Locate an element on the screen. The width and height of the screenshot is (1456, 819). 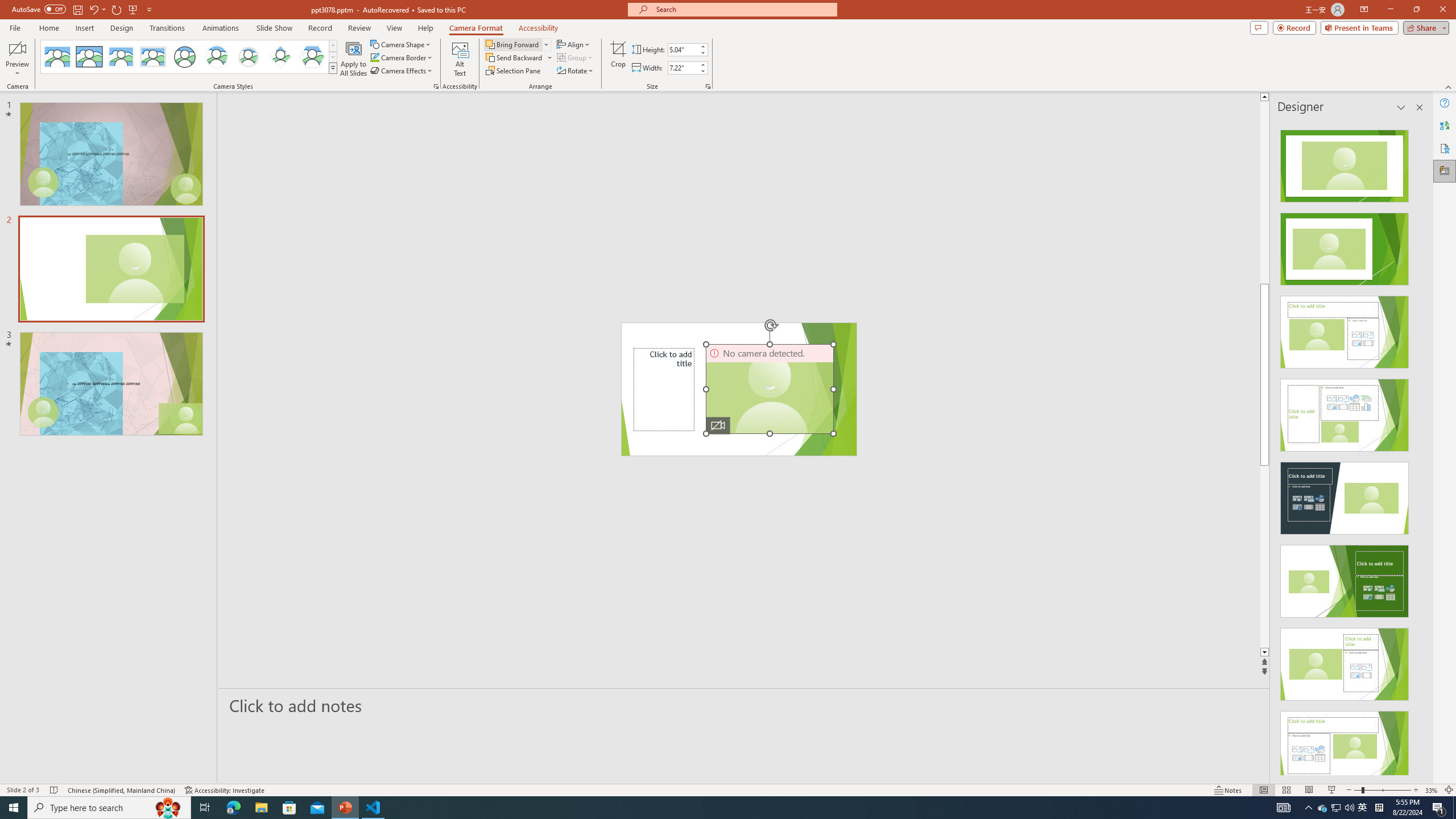
'Camera 3, No camera detected.' is located at coordinates (769, 388).